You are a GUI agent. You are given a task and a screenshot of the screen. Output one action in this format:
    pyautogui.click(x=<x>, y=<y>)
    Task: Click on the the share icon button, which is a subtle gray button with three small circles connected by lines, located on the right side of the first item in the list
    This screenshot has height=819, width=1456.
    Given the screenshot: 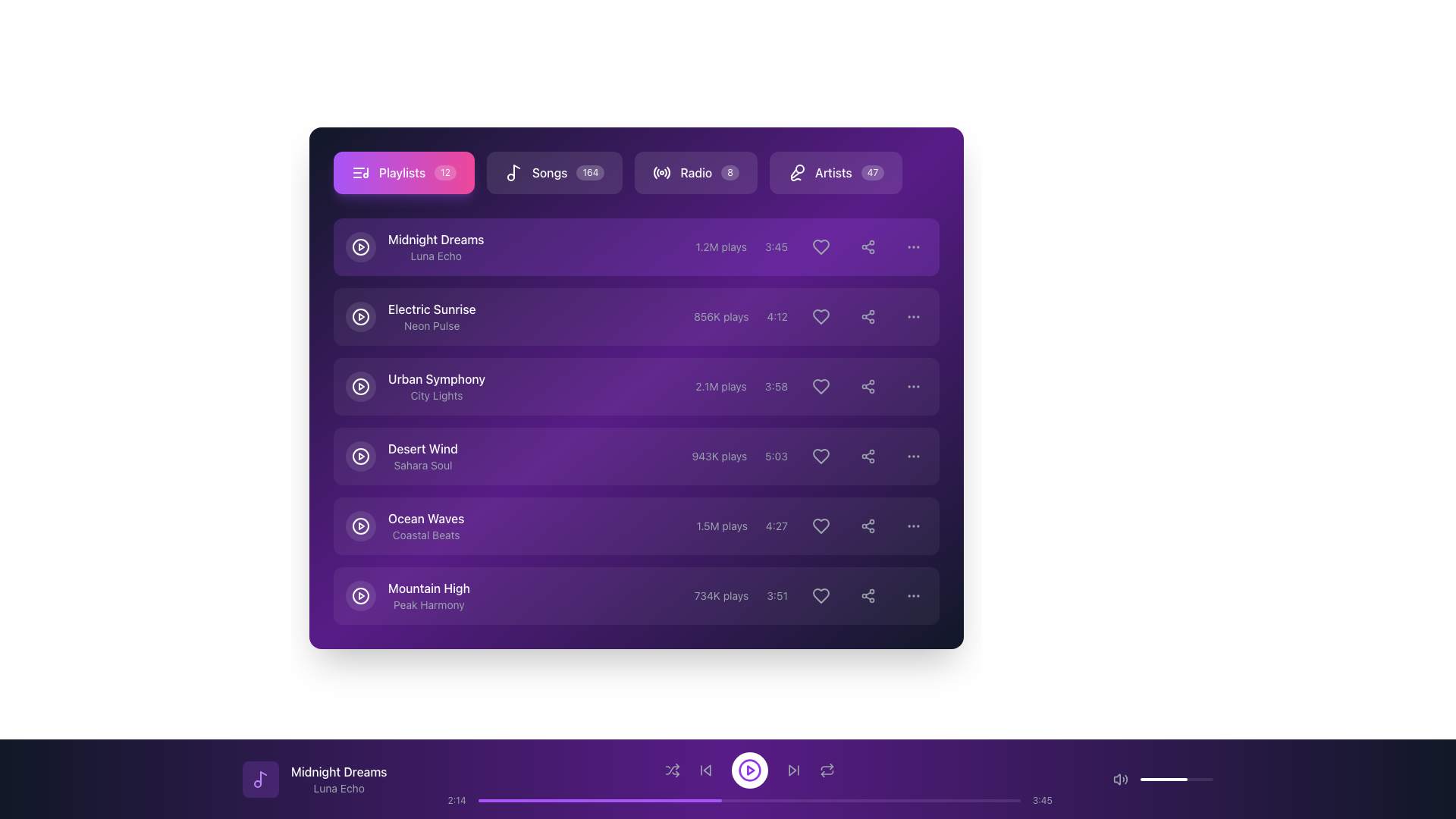 What is the action you would take?
    pyautogui.click(x=868, y=246)
    